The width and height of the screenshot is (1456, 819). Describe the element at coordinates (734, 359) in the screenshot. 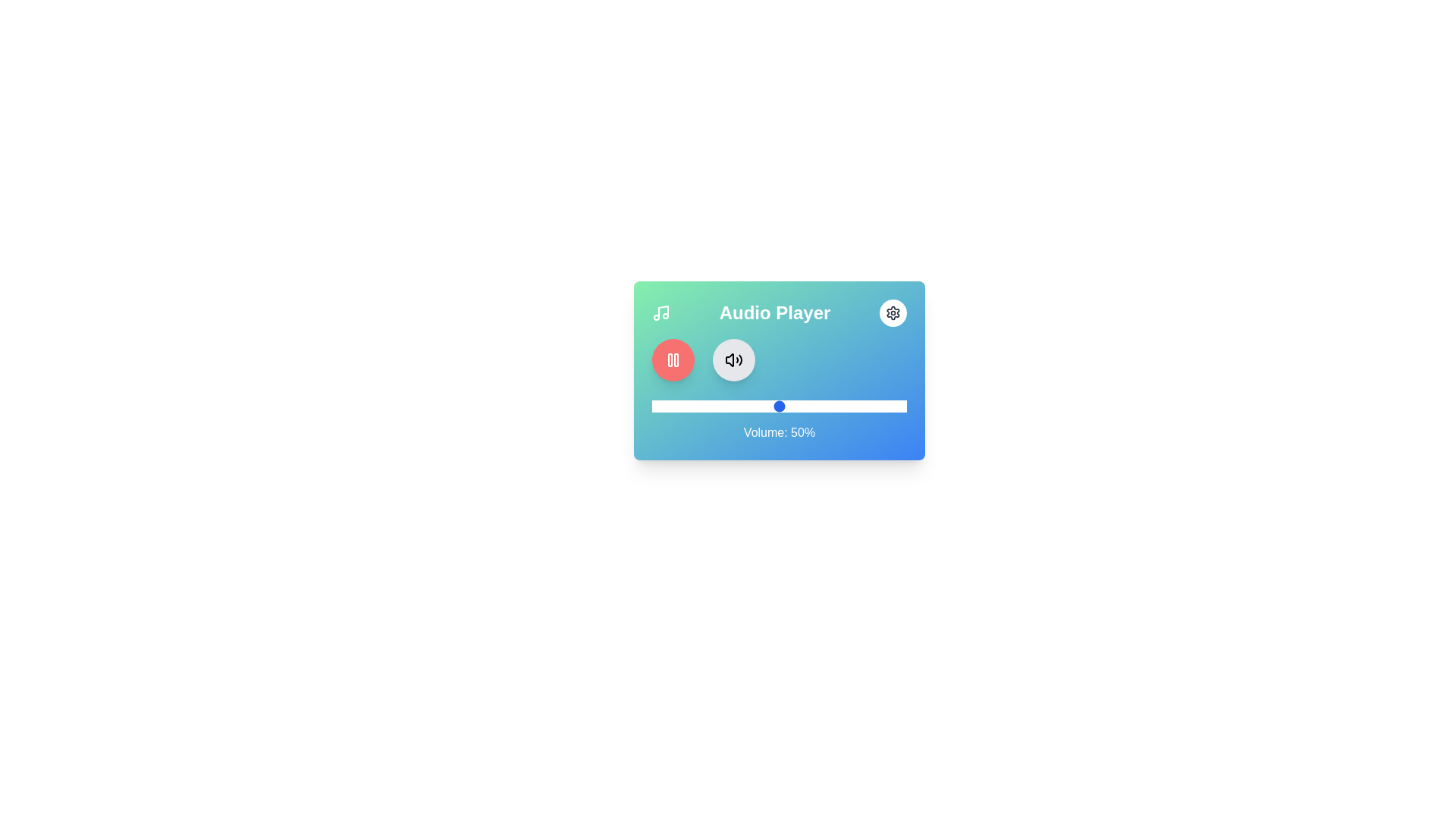

I see `the circular button with a gray background and speaker icon, located to the right of the red pause button` at that location.